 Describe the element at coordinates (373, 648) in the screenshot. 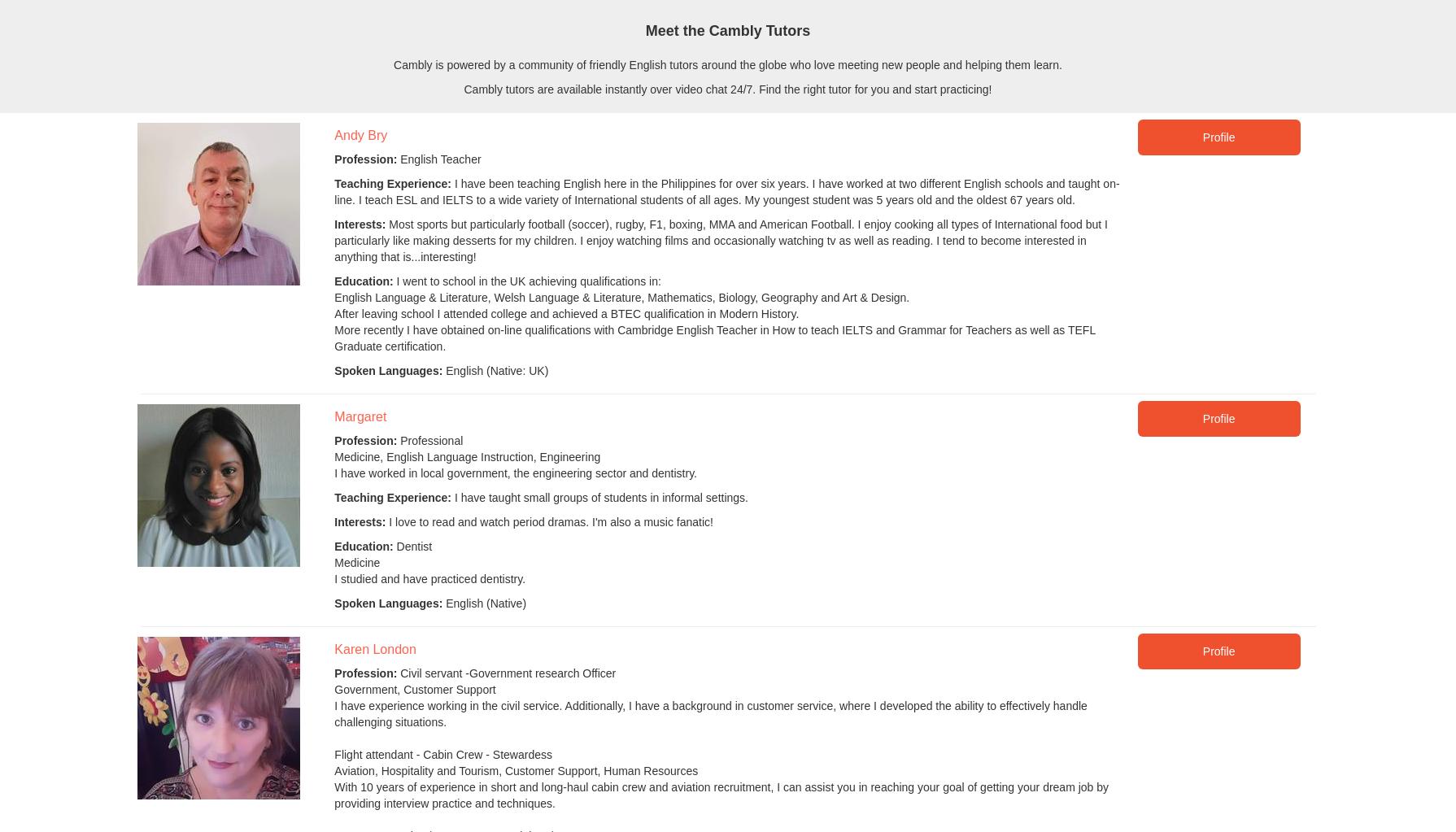

I see `'Karen London'` at that location.